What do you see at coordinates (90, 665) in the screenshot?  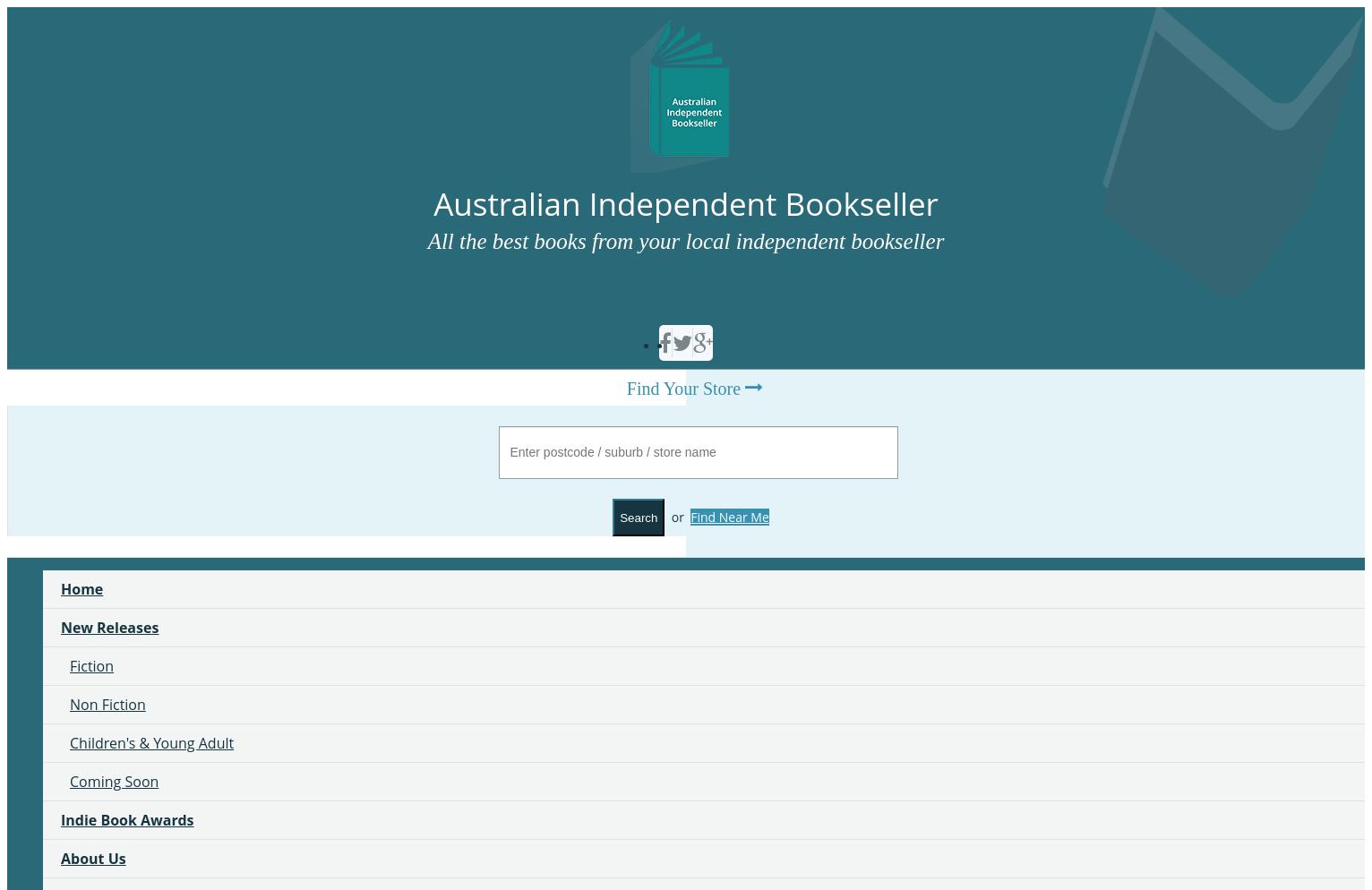 I see `'Fiction'` at bounding box center [90, 665].